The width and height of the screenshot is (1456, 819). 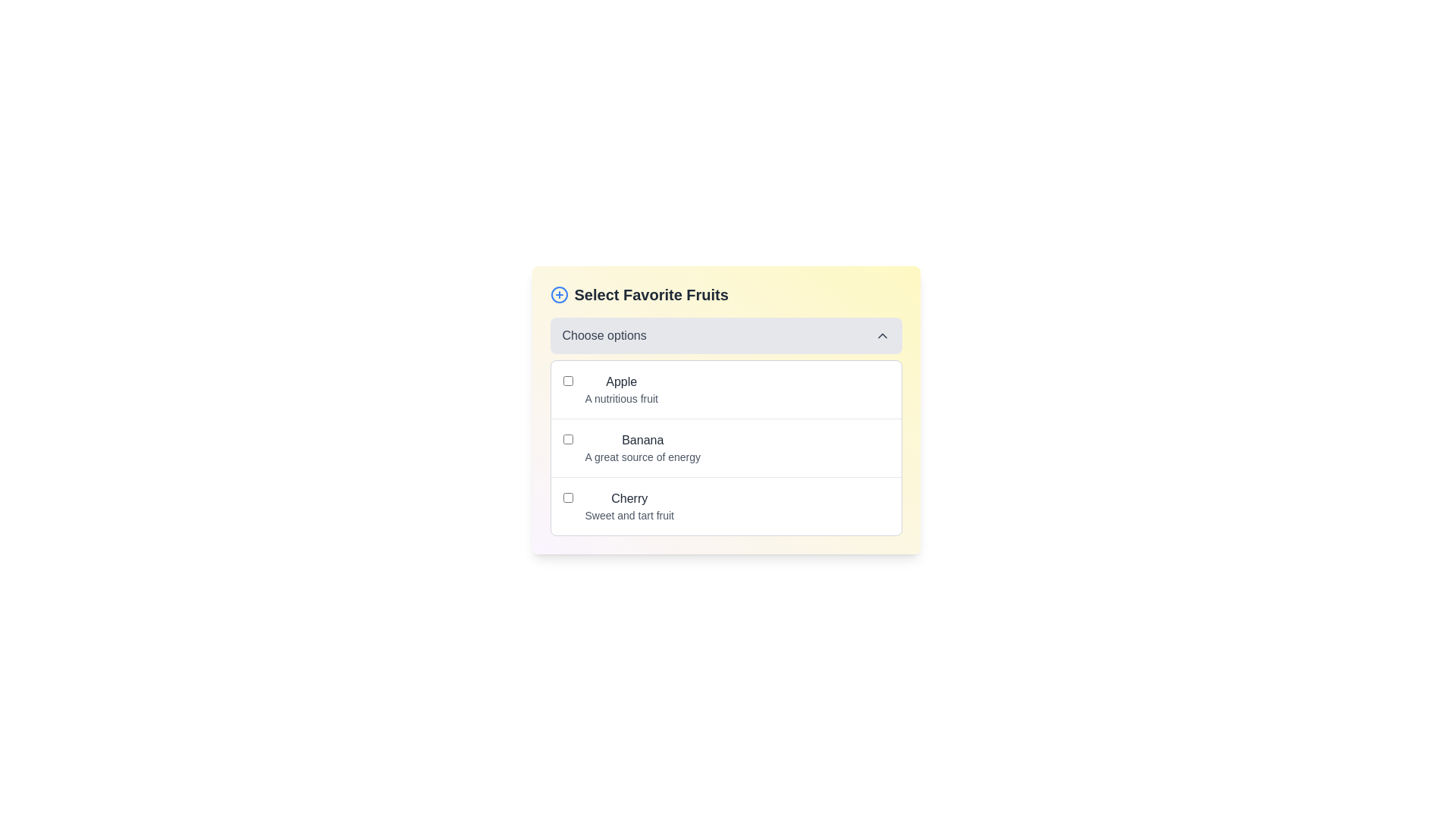 I want to click on the 'Cherry' text label in the dropdown menu that identifies the selection item, so click(x=629, y=499).